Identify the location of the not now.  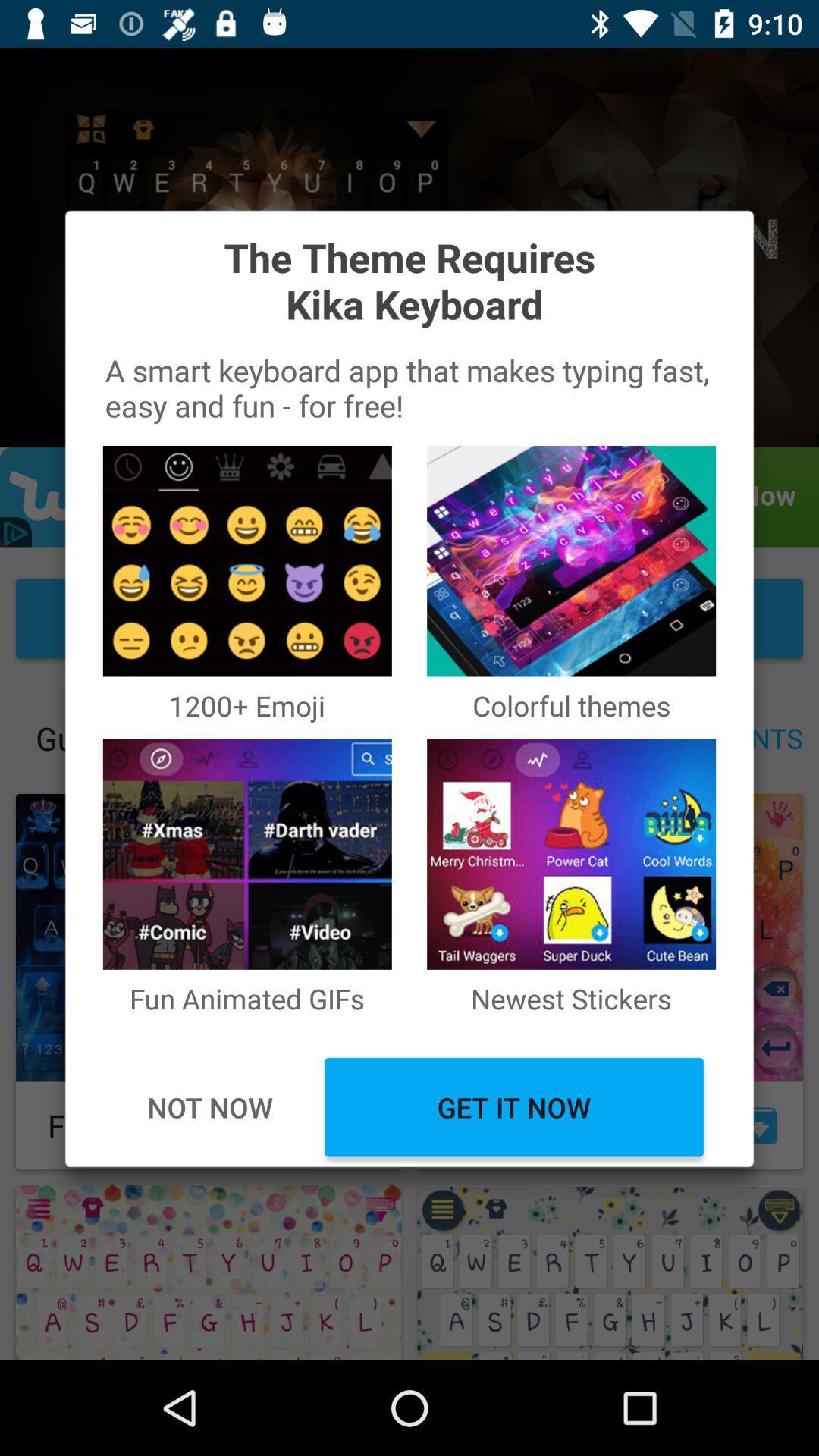
(209, 1107).